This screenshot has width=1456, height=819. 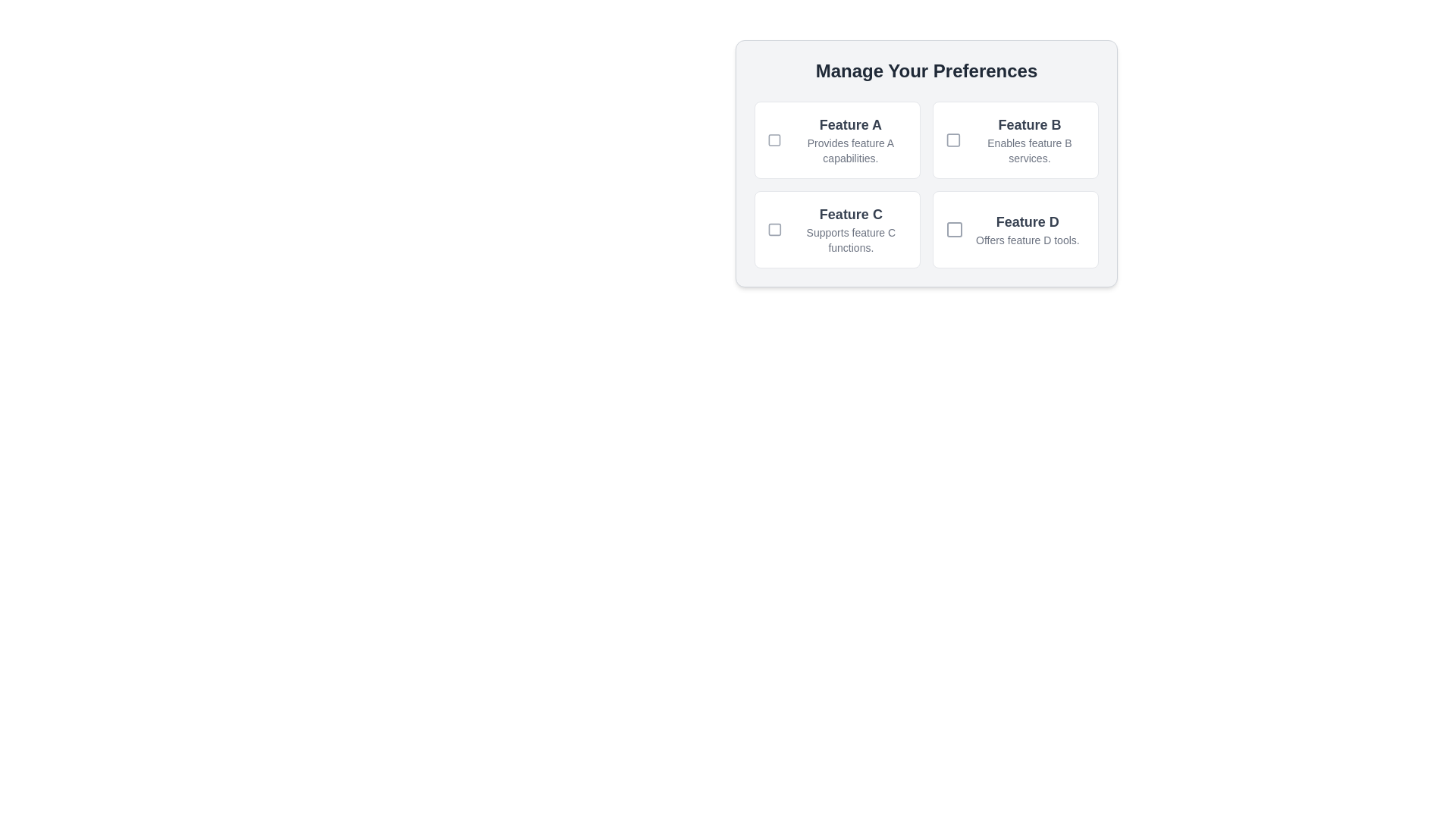 What do you see at coordinates (850, 124) in the screenshot?
I see `the Text Label that serves as the title for 'Feature A capabilities' in the 'Manage Your Preferences' panel, located in the top-left quadrant` at bounding box center [850, 124].